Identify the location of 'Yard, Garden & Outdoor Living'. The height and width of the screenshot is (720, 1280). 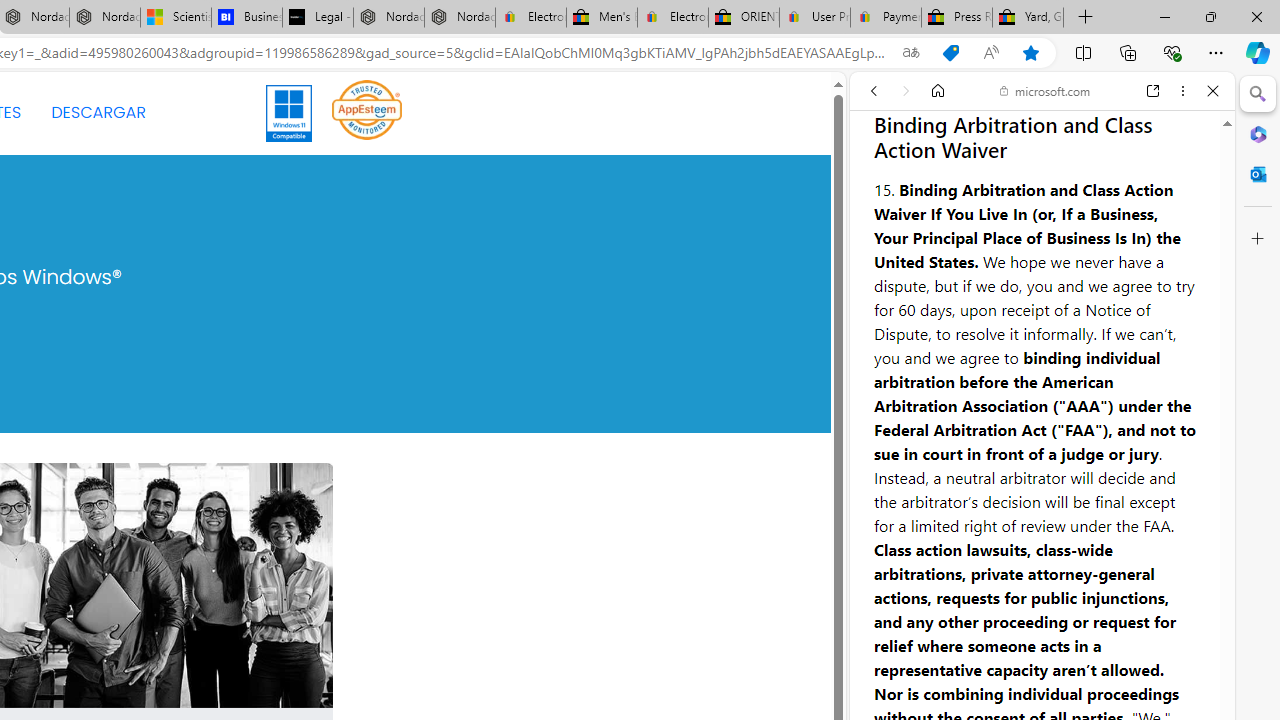
(1028, 17).